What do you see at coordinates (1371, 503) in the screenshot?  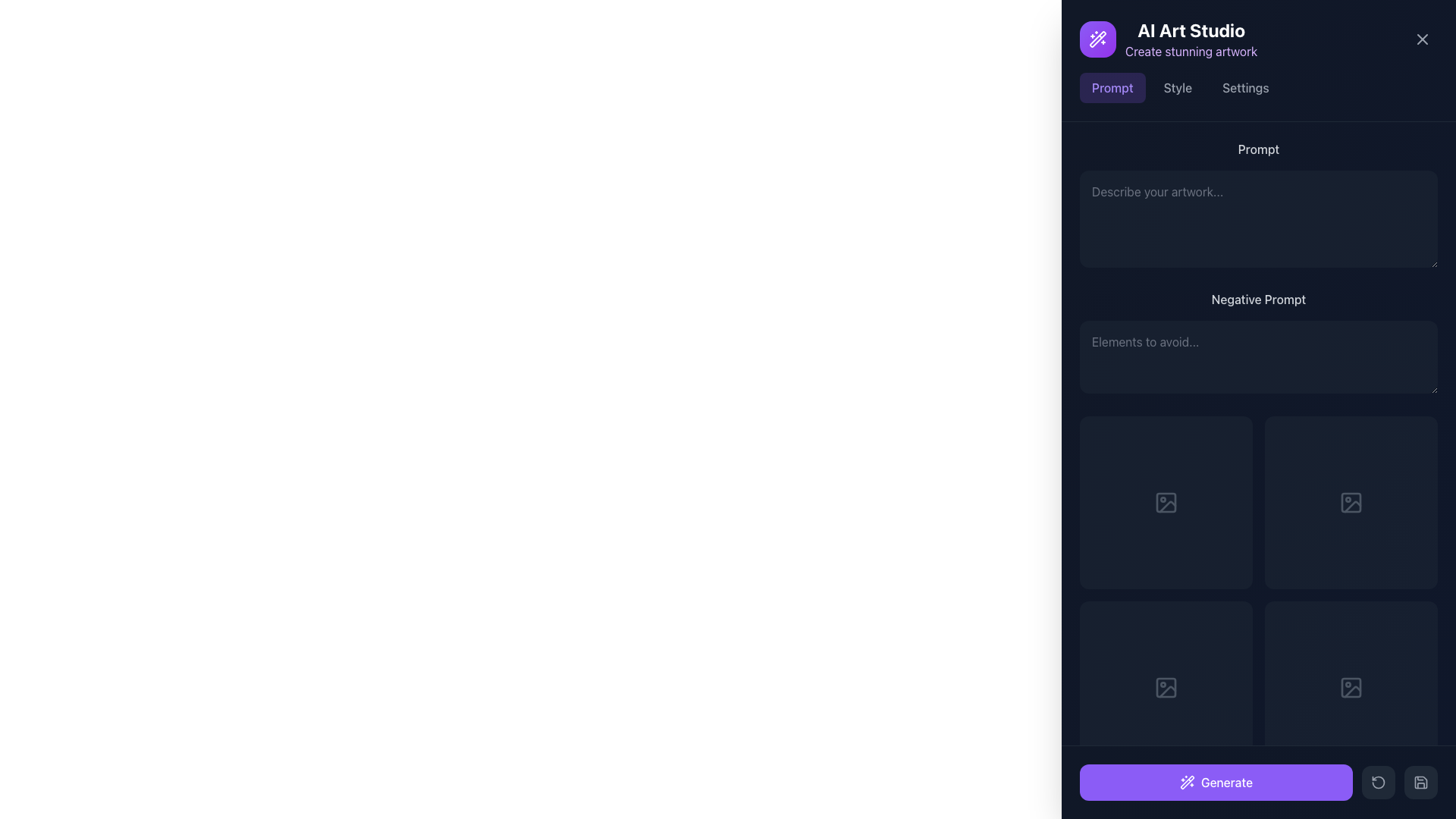 I see `the download button located in the bottom-right corner of a group of buttons` at bounding box center [1371, 503].